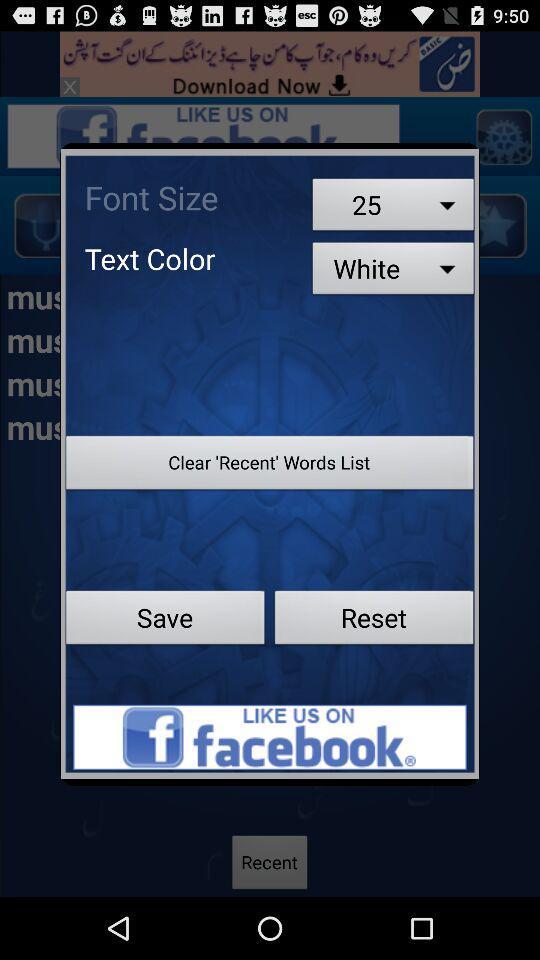 This screenshot has width=540, height=960. I want to click on click on facebook, so click(270, 736).